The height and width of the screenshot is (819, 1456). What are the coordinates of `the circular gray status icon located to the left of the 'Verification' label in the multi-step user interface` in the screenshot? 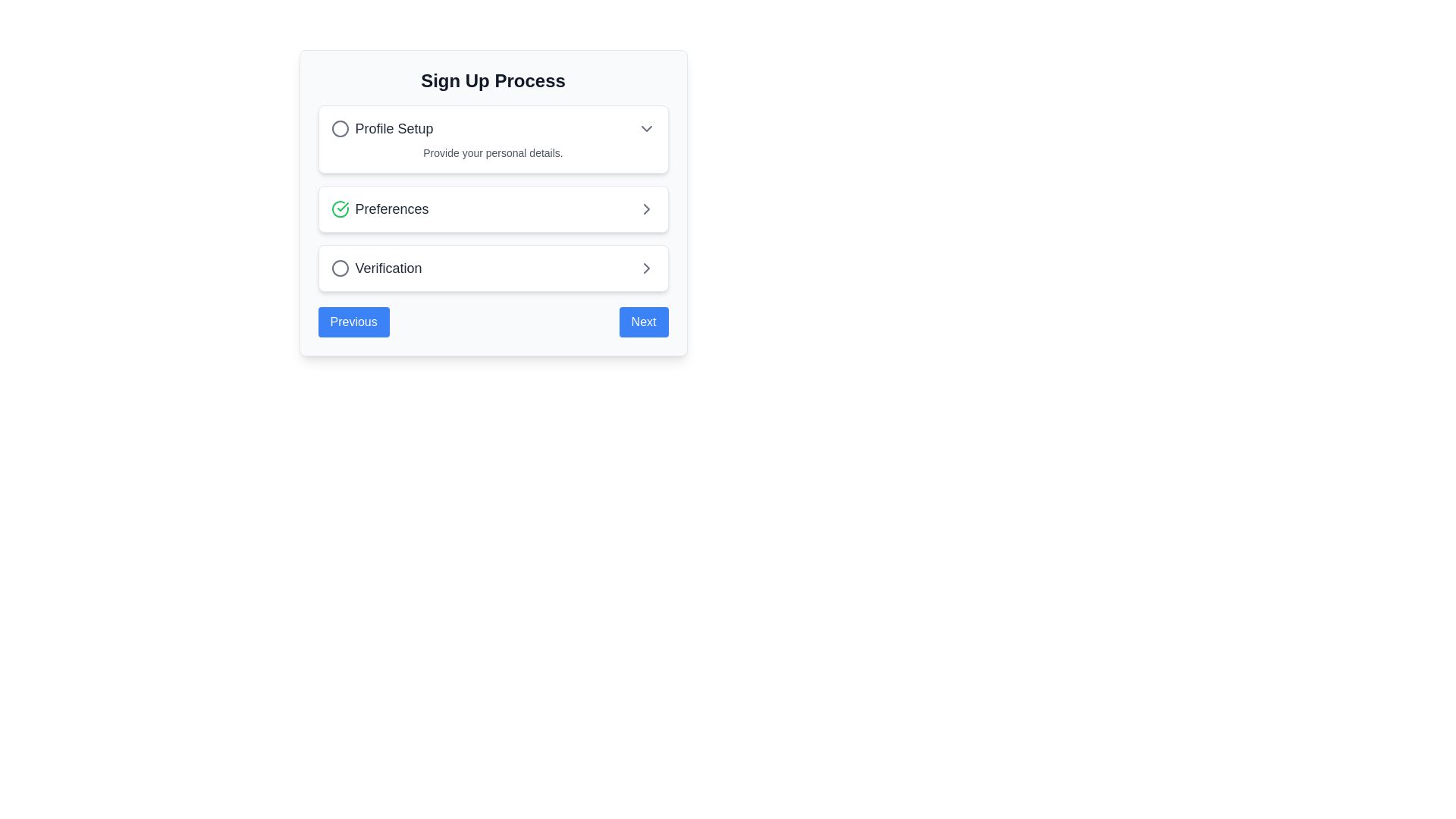 It's located at (339, 268).